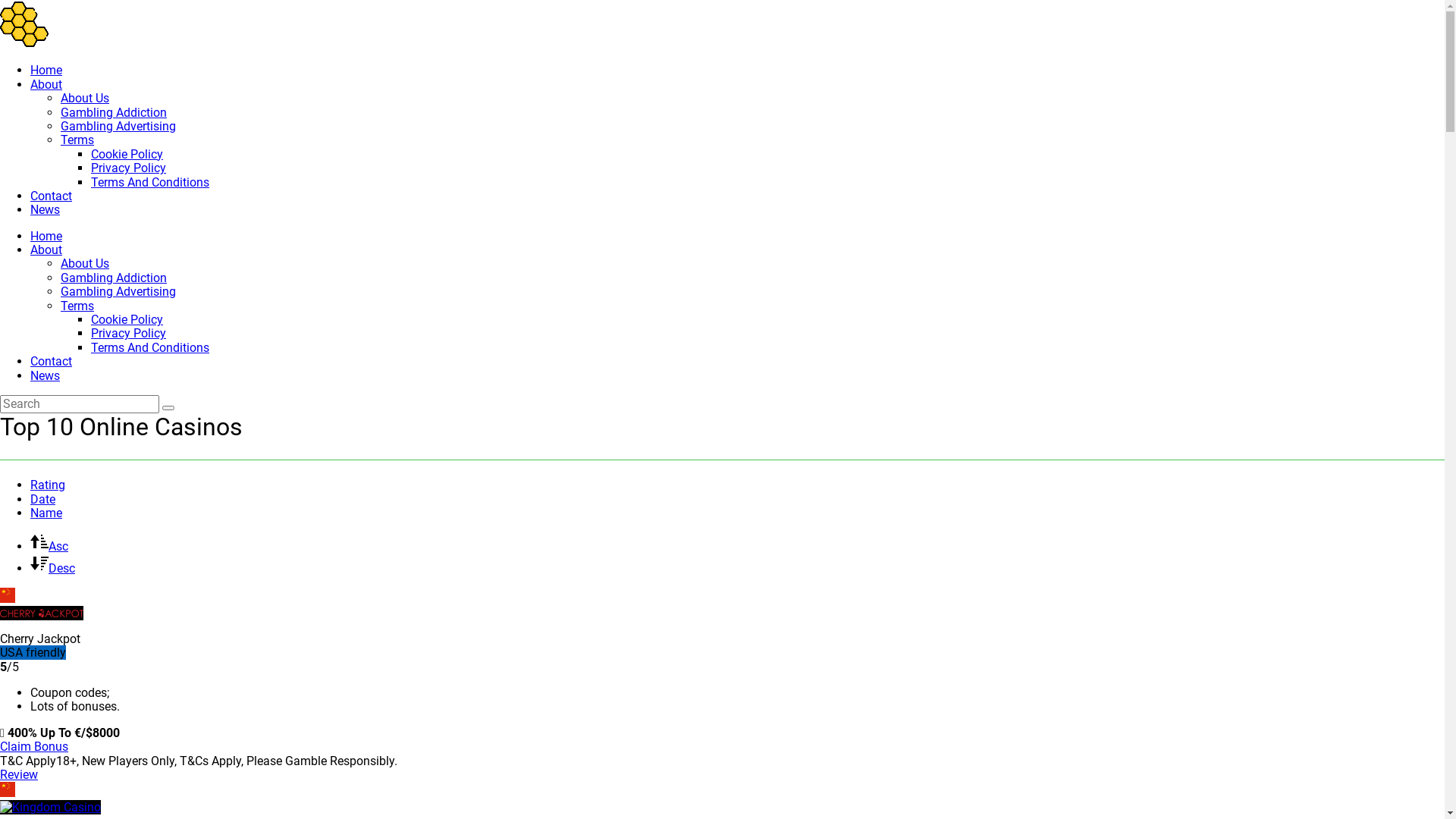 Image resolution: width=1456 pixels, height=819 pixels. I want to click on 'Terms And Conditions', so click(149, 181).